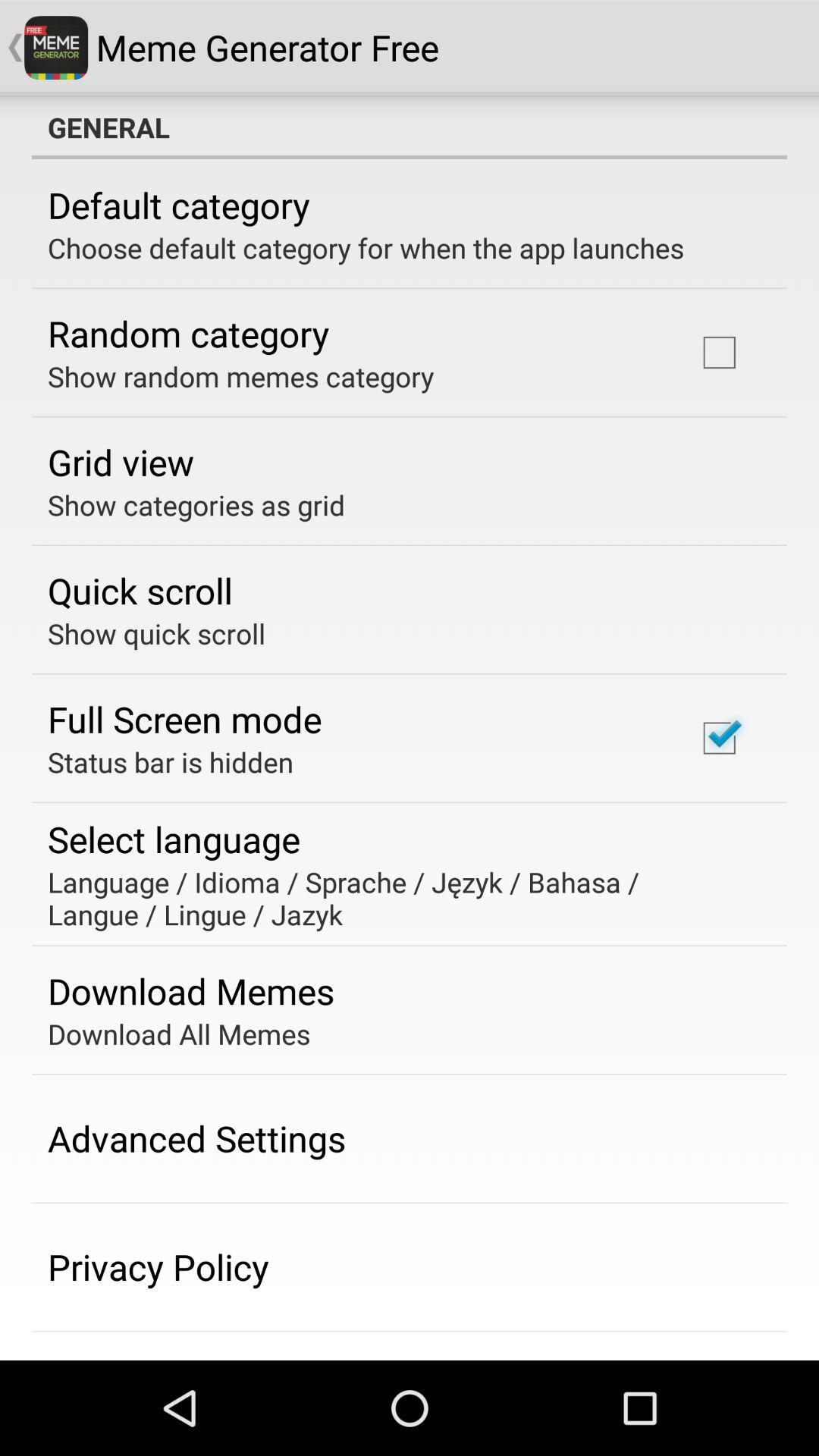 The height and width of the screenshot is (1456, 819). I want to click on the show random memes app, so click(240, 376).